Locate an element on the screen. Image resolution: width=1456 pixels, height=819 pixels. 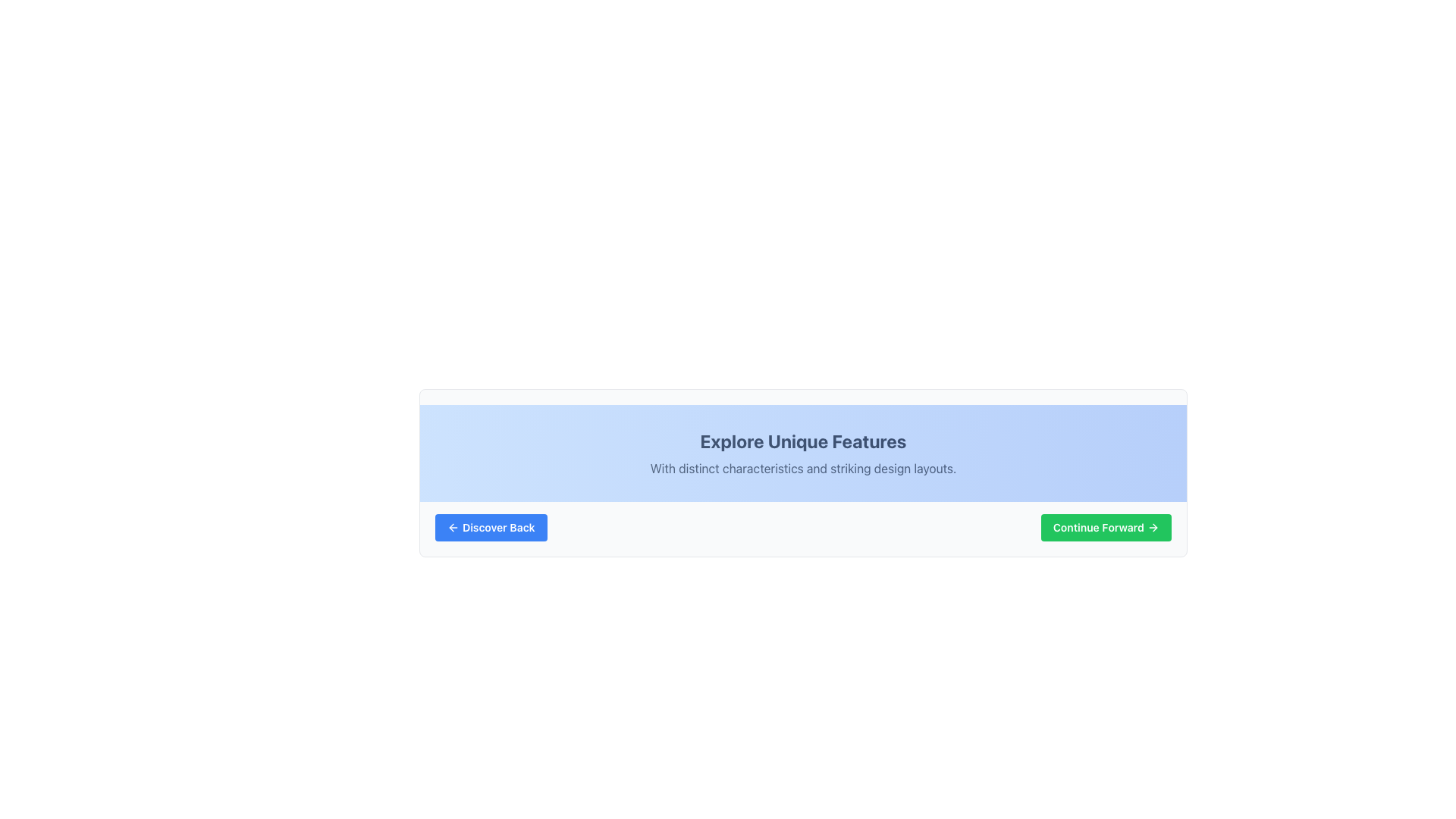
the button located to the right of the 'Discover Back' button at the bottom-right of the interface is located at coordinates (1106, 526).